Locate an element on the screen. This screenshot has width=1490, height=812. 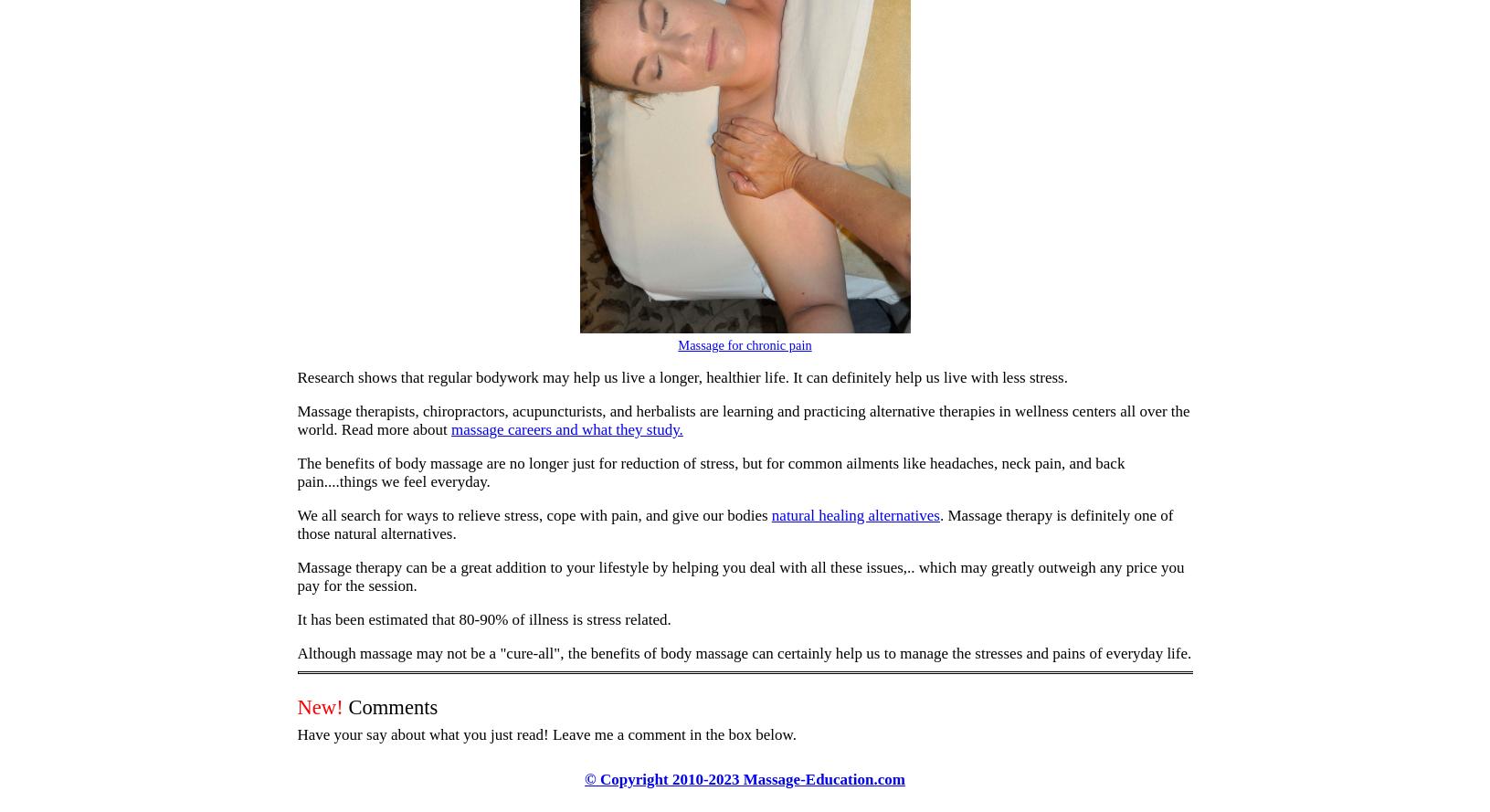
'New!' is located at coordinates (320, 707).